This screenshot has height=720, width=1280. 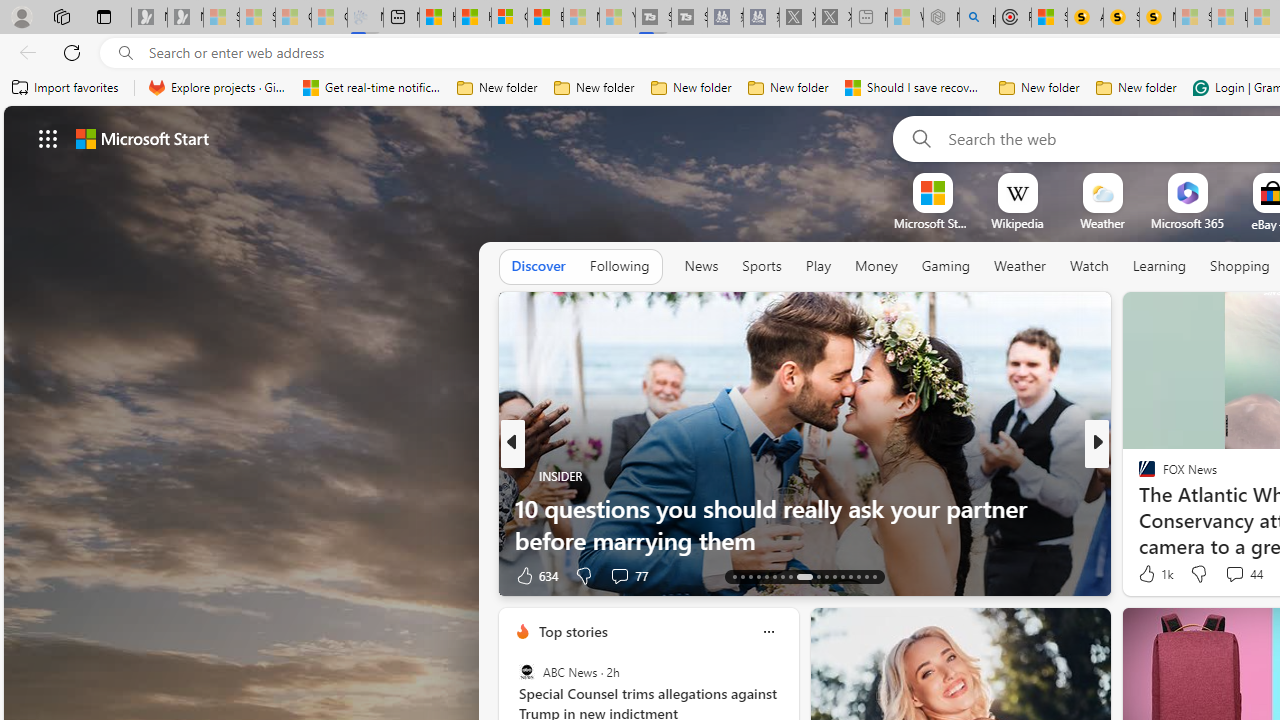 What do you see at coordinates (850, 577) in the screenshot?
I see `'AutomationID: tab-26'` at bounding box center [850, 577].